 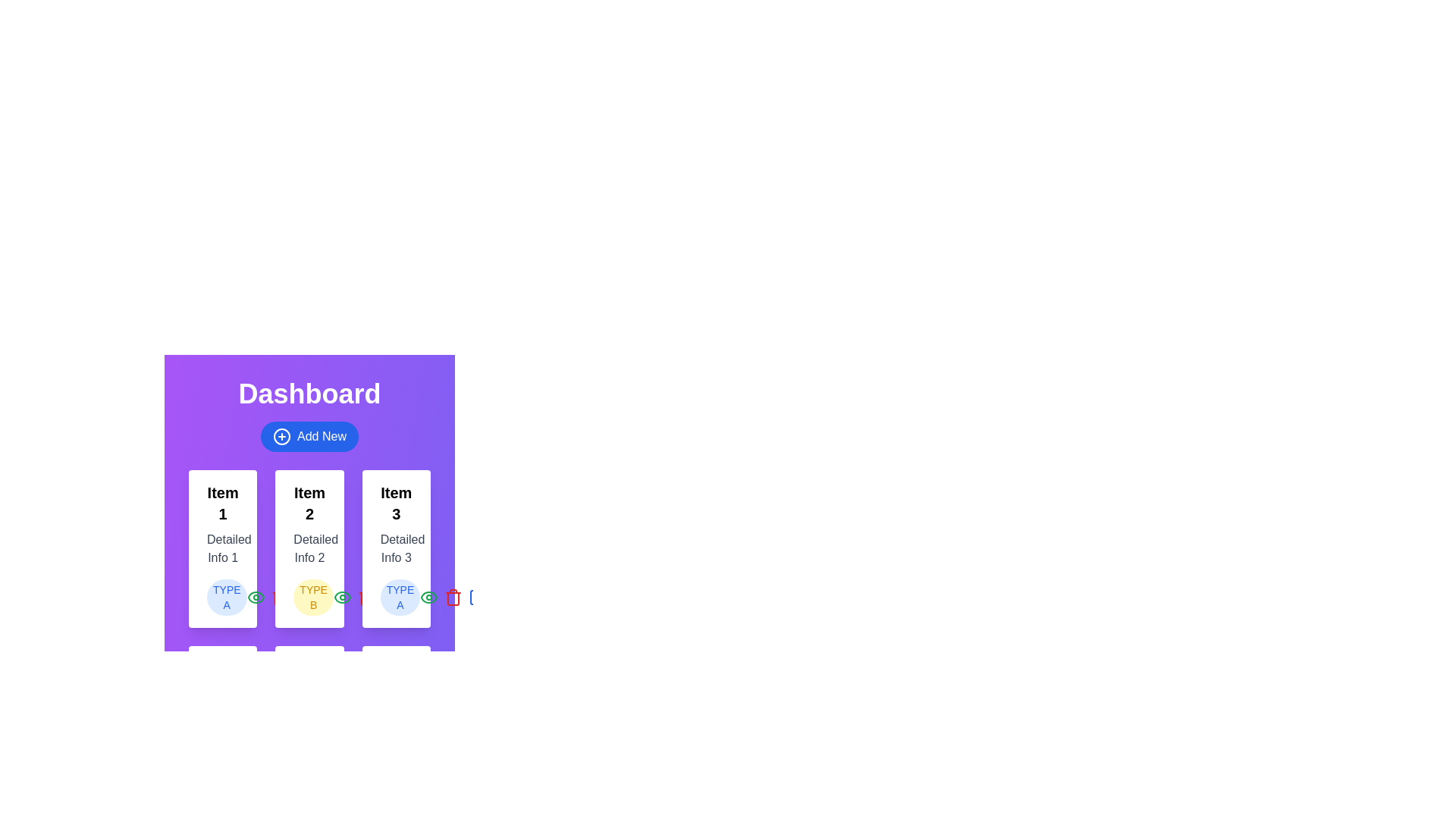 I want to click on 'Trash' icon on the item labeled Item 2 to delete it, so click(x=366, y=596).